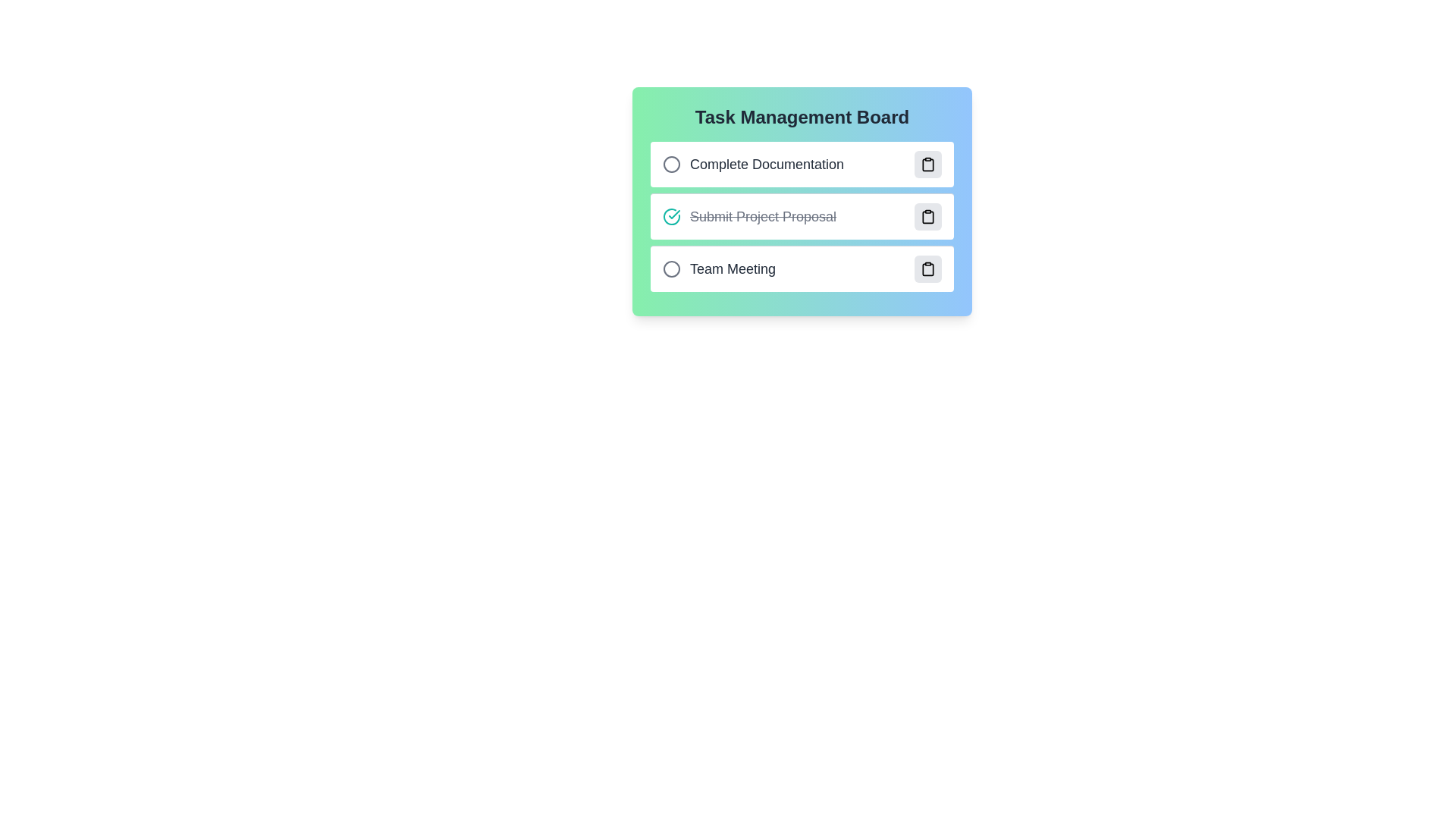 This screenshot has width=1456, height=819. What do you see at coordinates (927, 268) in the screenshot?
I see `action button associated with the task titled 'Team Meeting' to toggle its completion status` at bounding box center [927, 268].